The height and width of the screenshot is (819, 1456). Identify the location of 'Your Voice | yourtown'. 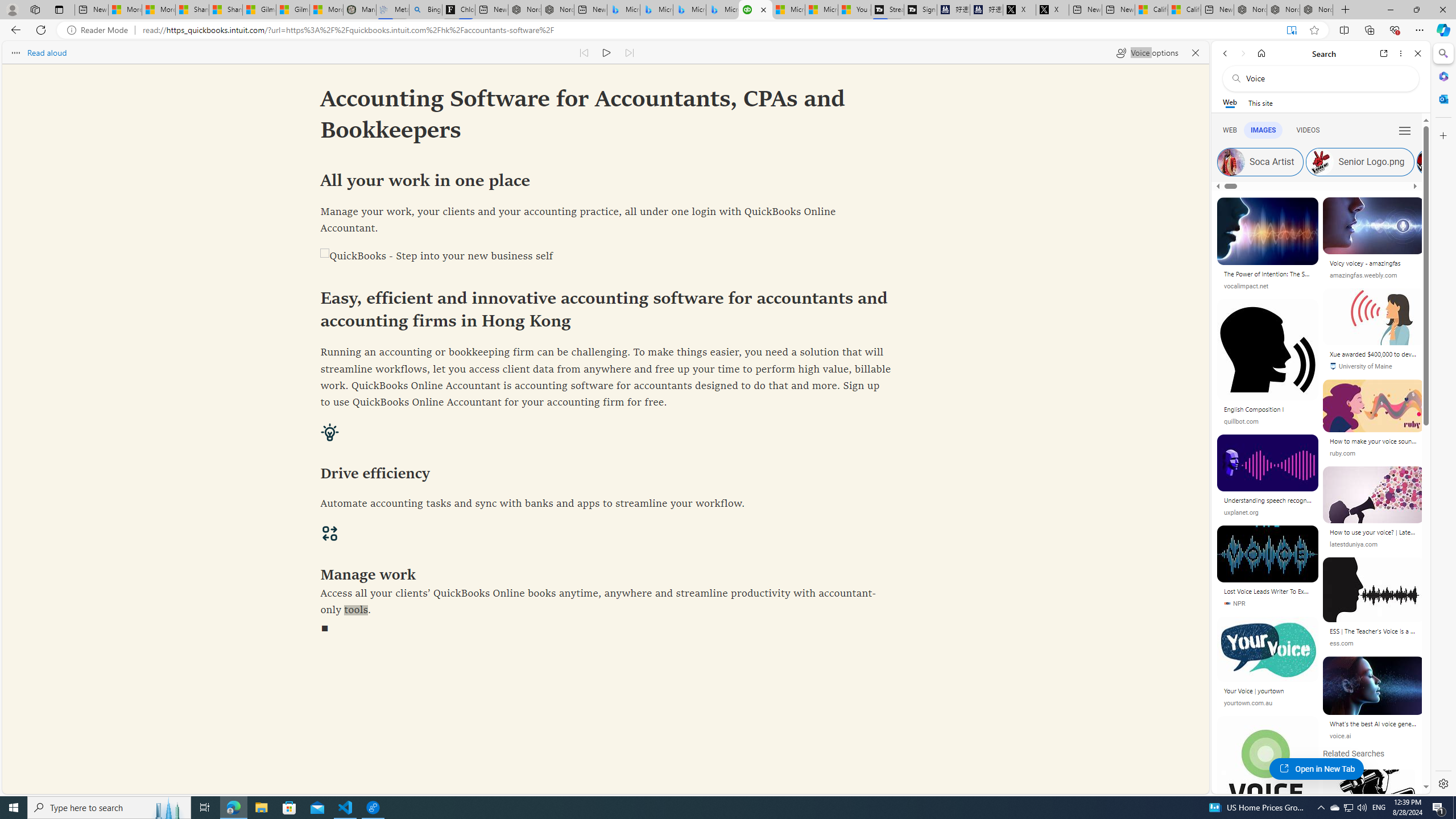
(1268, 690).